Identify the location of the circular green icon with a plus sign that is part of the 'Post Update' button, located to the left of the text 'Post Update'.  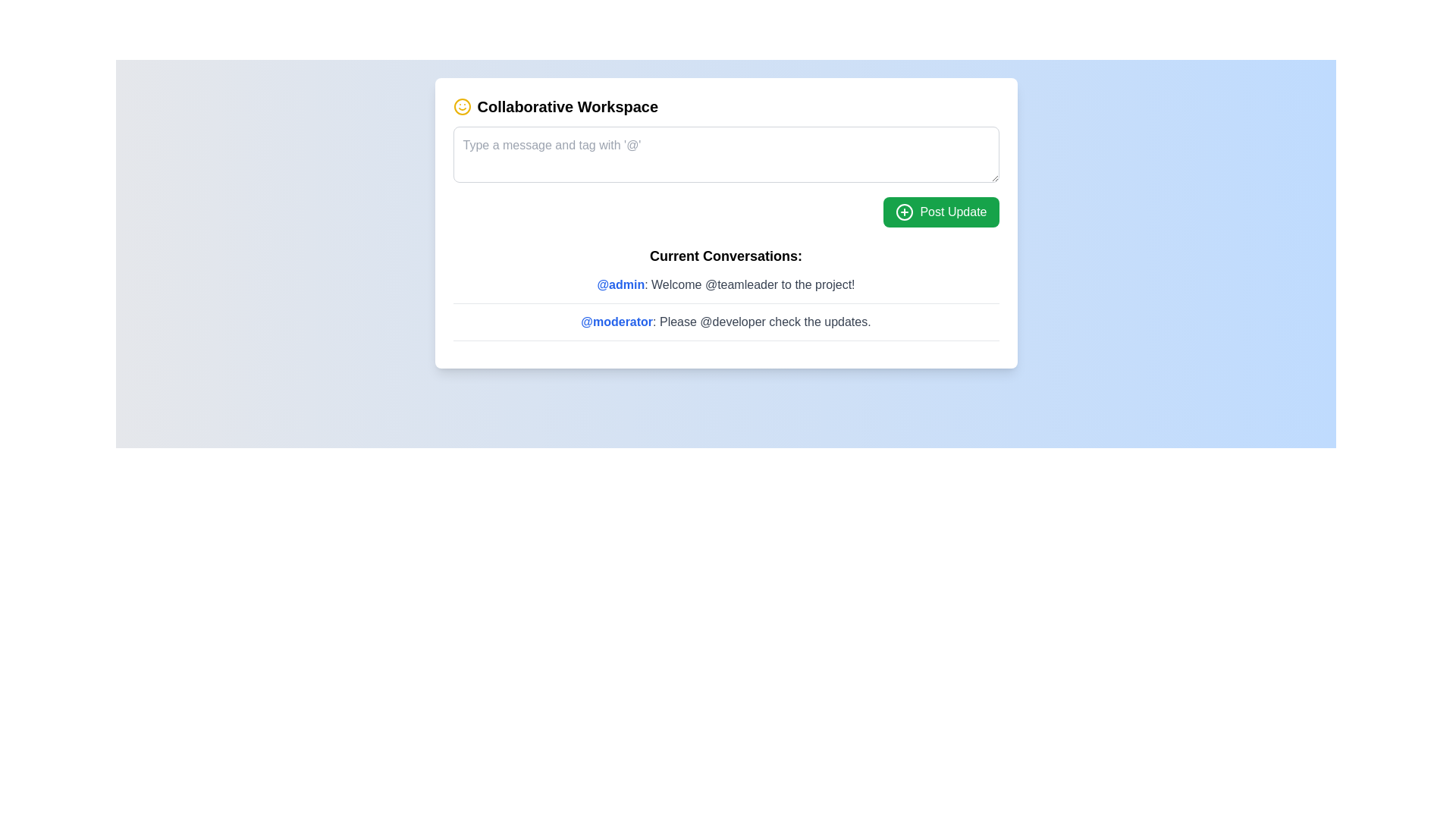
(905, 212).